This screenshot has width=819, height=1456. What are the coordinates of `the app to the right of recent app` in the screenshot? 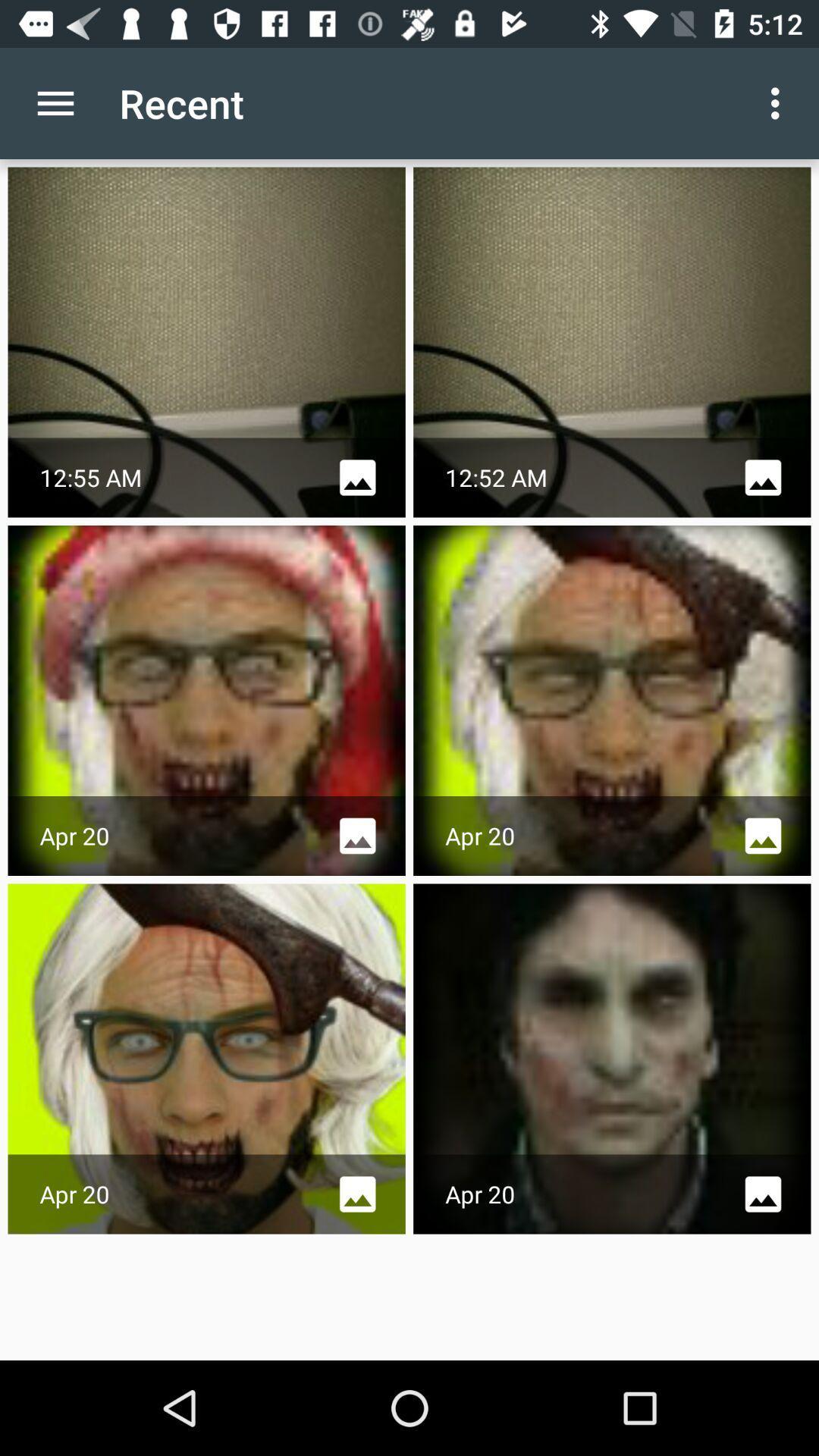 It's located at (779, 102).